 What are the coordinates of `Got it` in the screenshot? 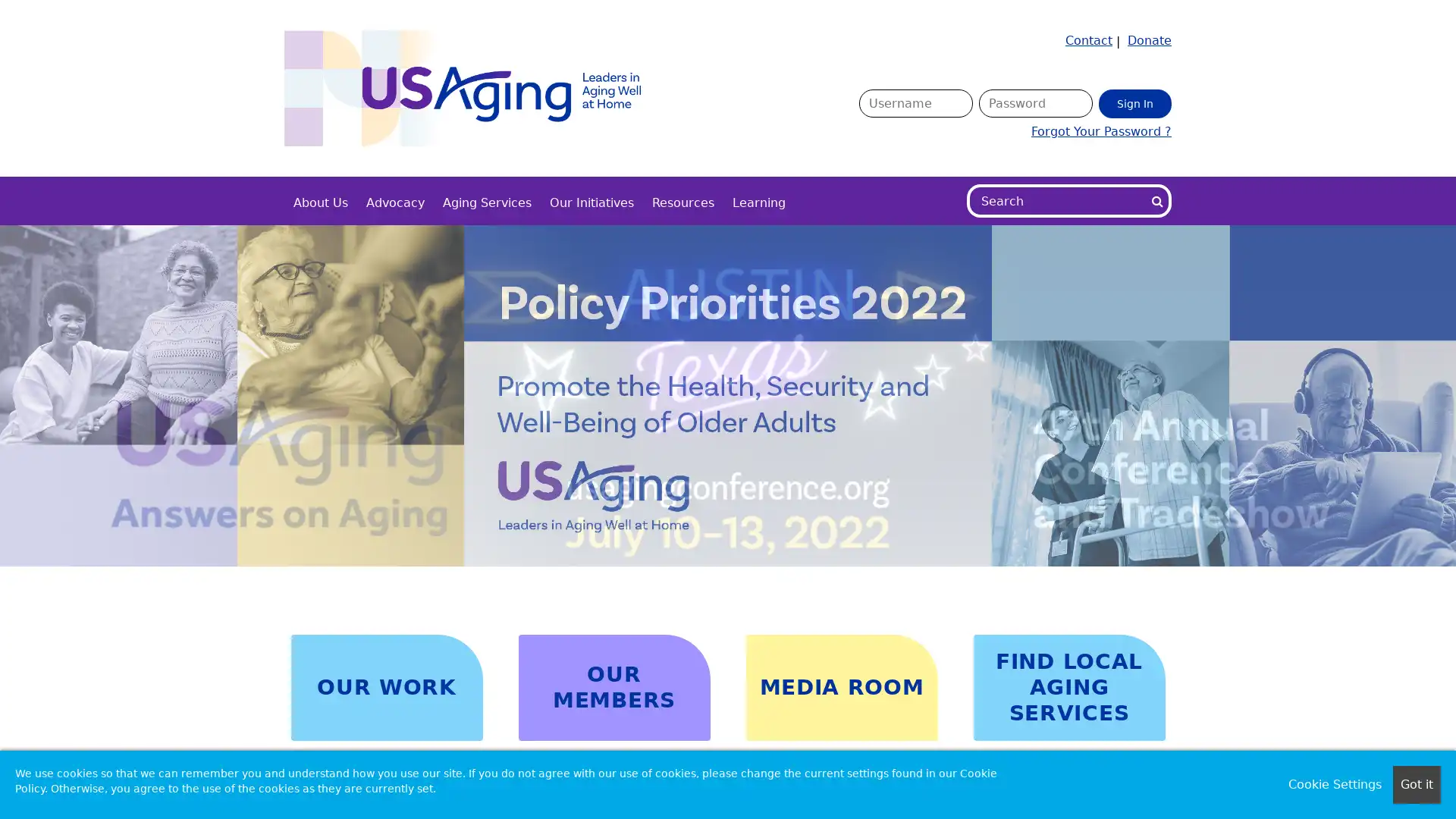 It's located at (1416, 784).